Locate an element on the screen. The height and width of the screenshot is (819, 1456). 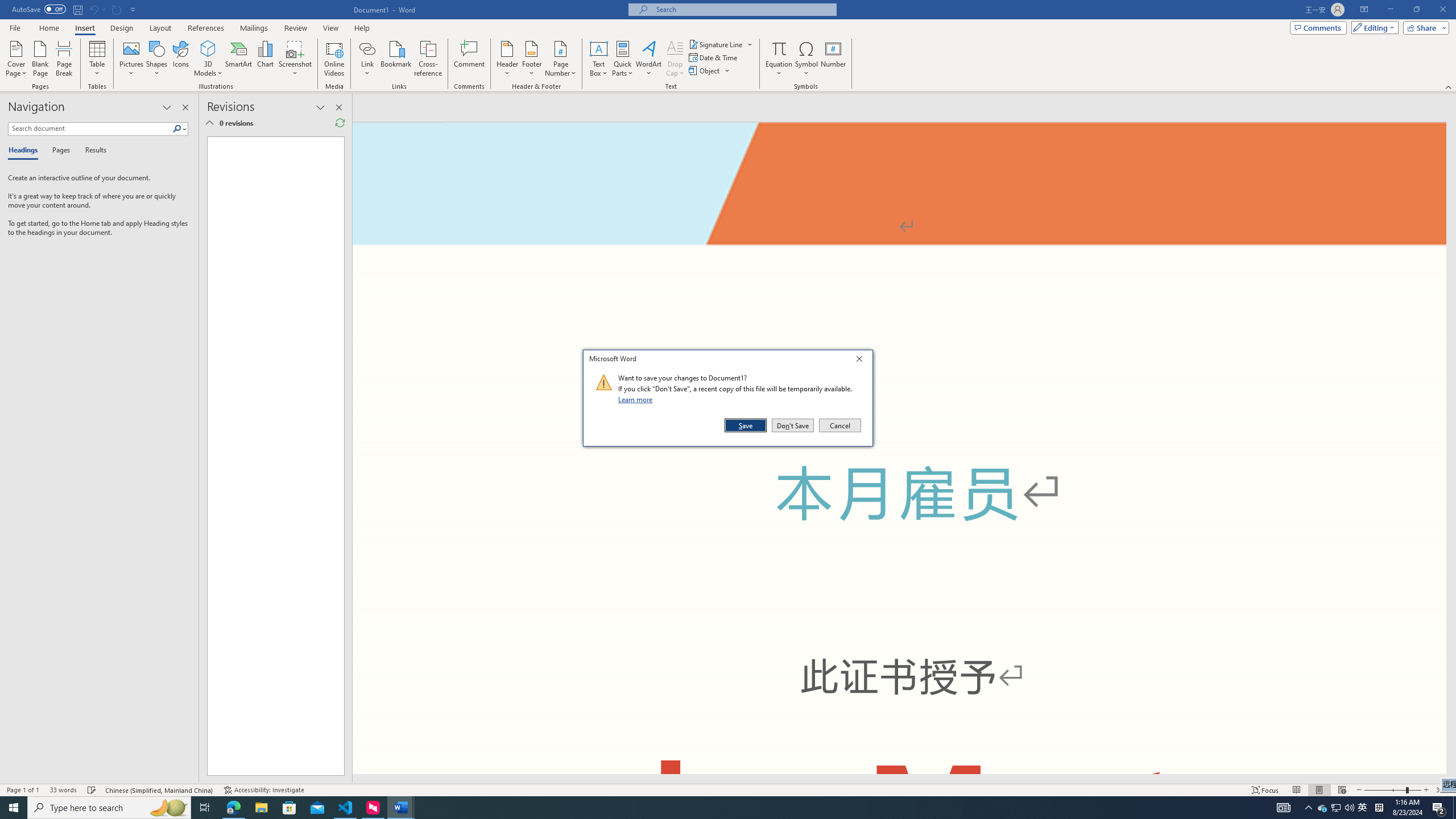
'3D Models' is located at coordinates (208, 48).